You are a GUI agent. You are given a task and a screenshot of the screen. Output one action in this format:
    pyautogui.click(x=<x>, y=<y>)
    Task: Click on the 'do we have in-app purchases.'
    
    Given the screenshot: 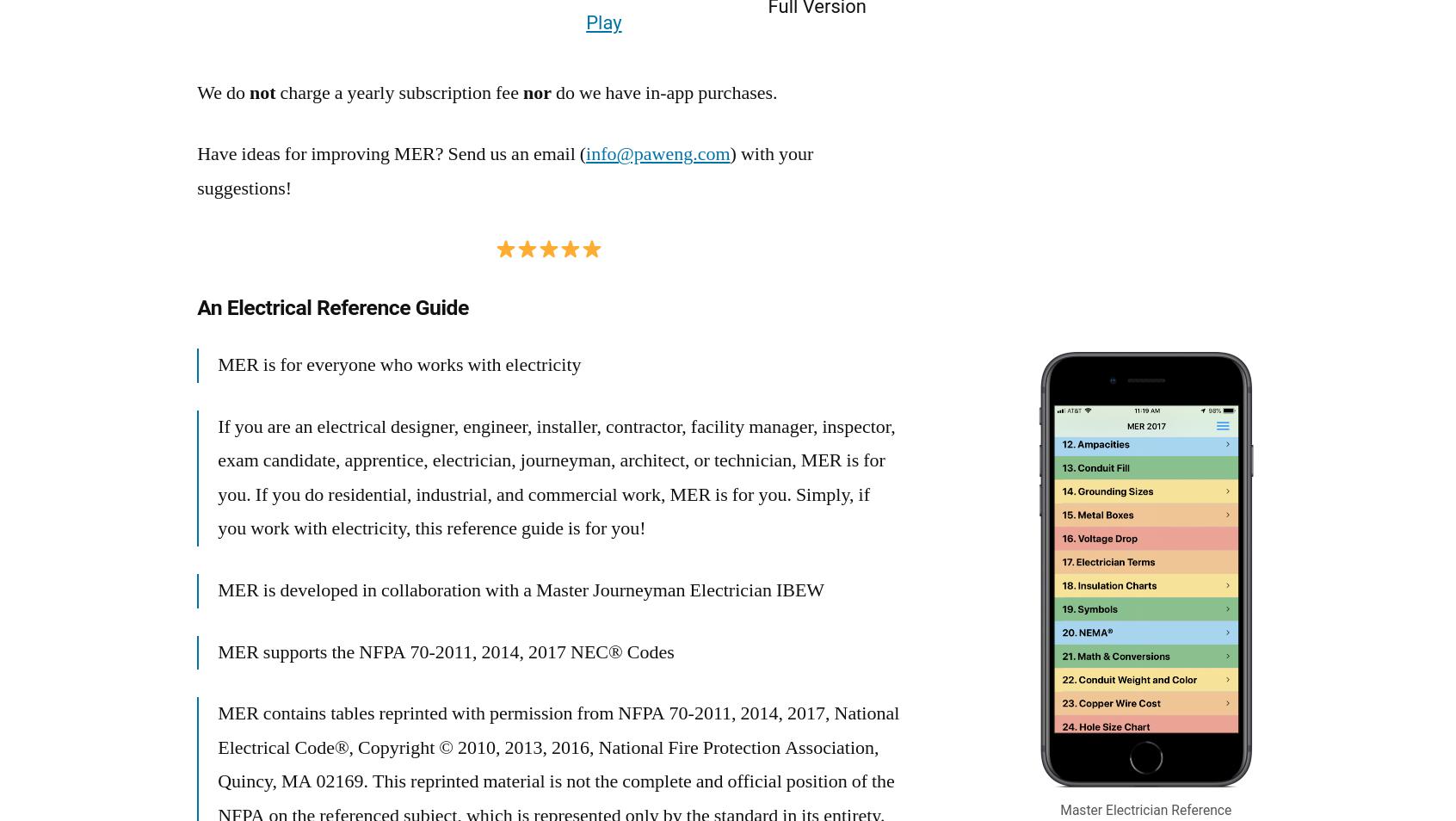 What is the action you would take?
    pyautogui.click(x=663, y=91)
    